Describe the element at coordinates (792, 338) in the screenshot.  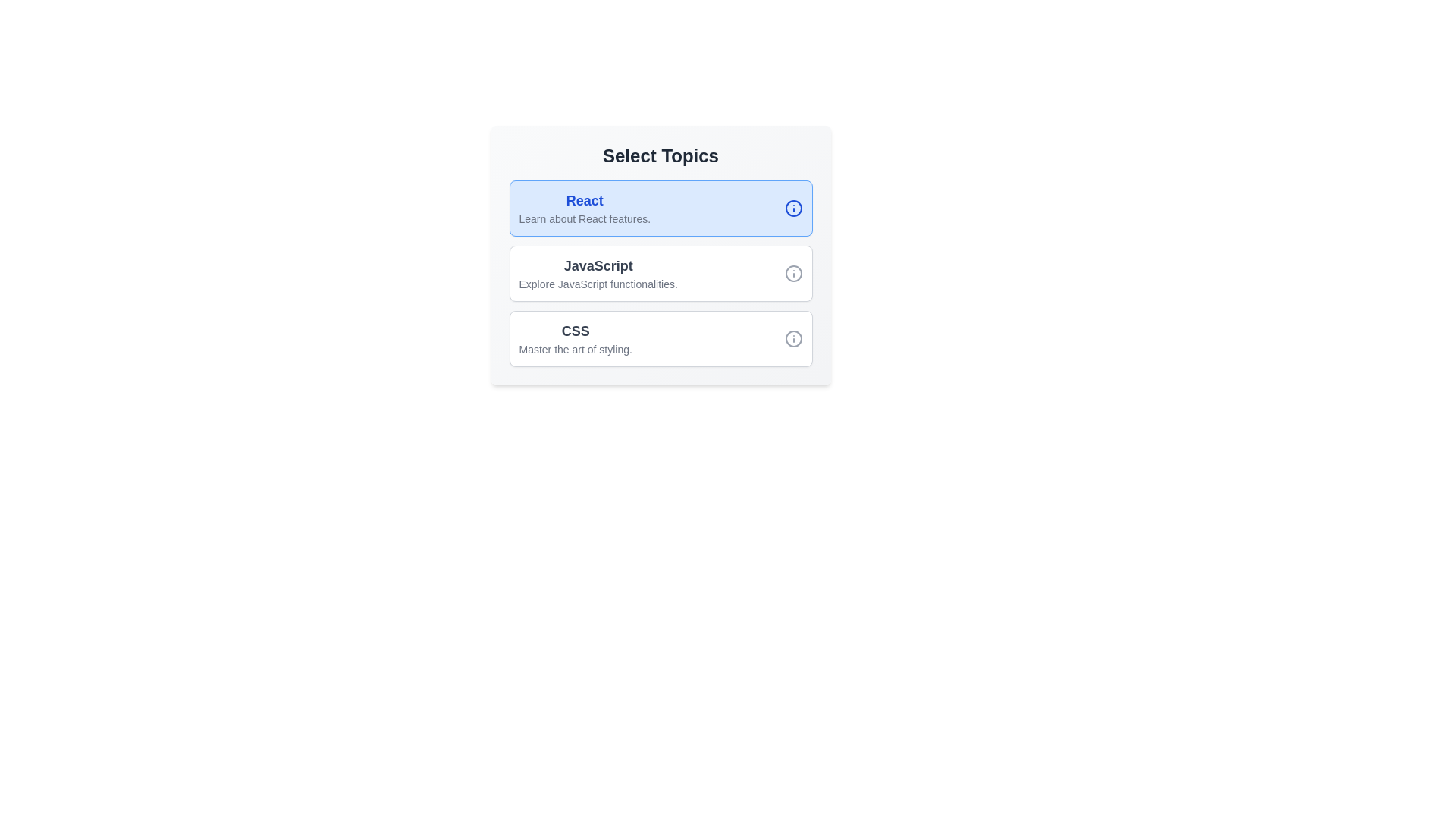
I see `the details icon of the topic CSS` at that location.